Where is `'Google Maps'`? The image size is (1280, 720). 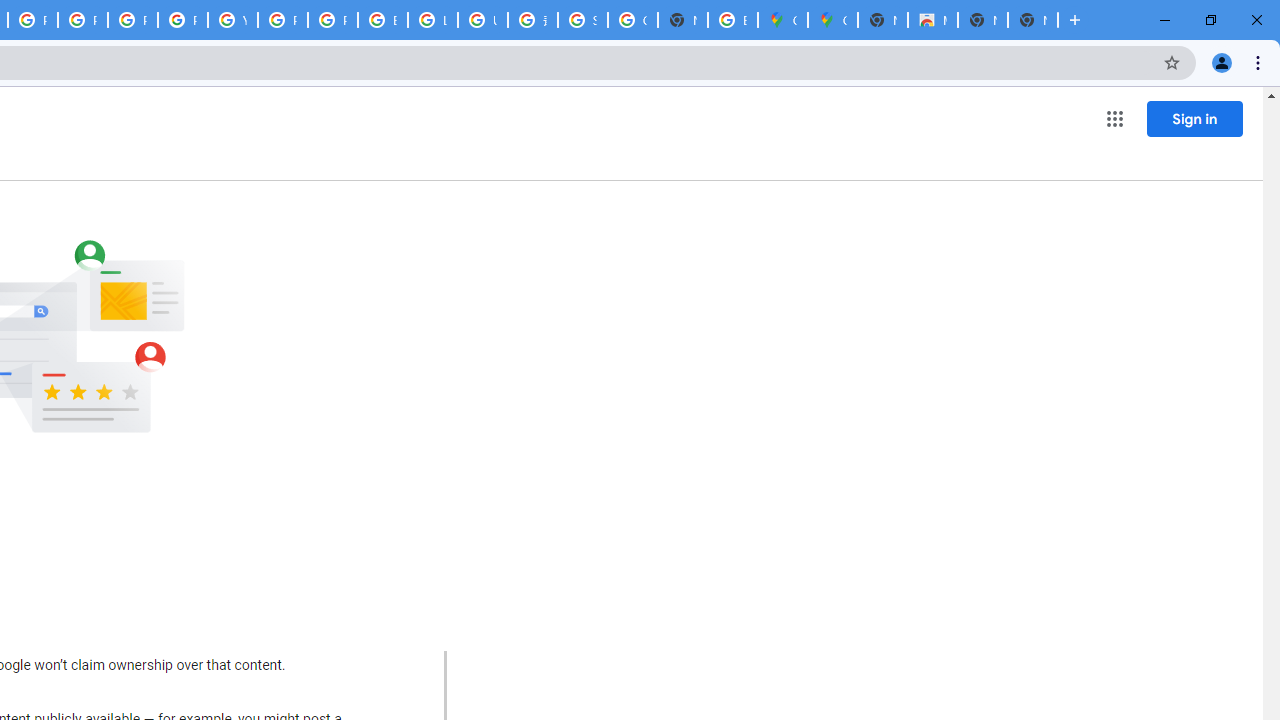 'Google Maps' is located at coordinates (832, 20).